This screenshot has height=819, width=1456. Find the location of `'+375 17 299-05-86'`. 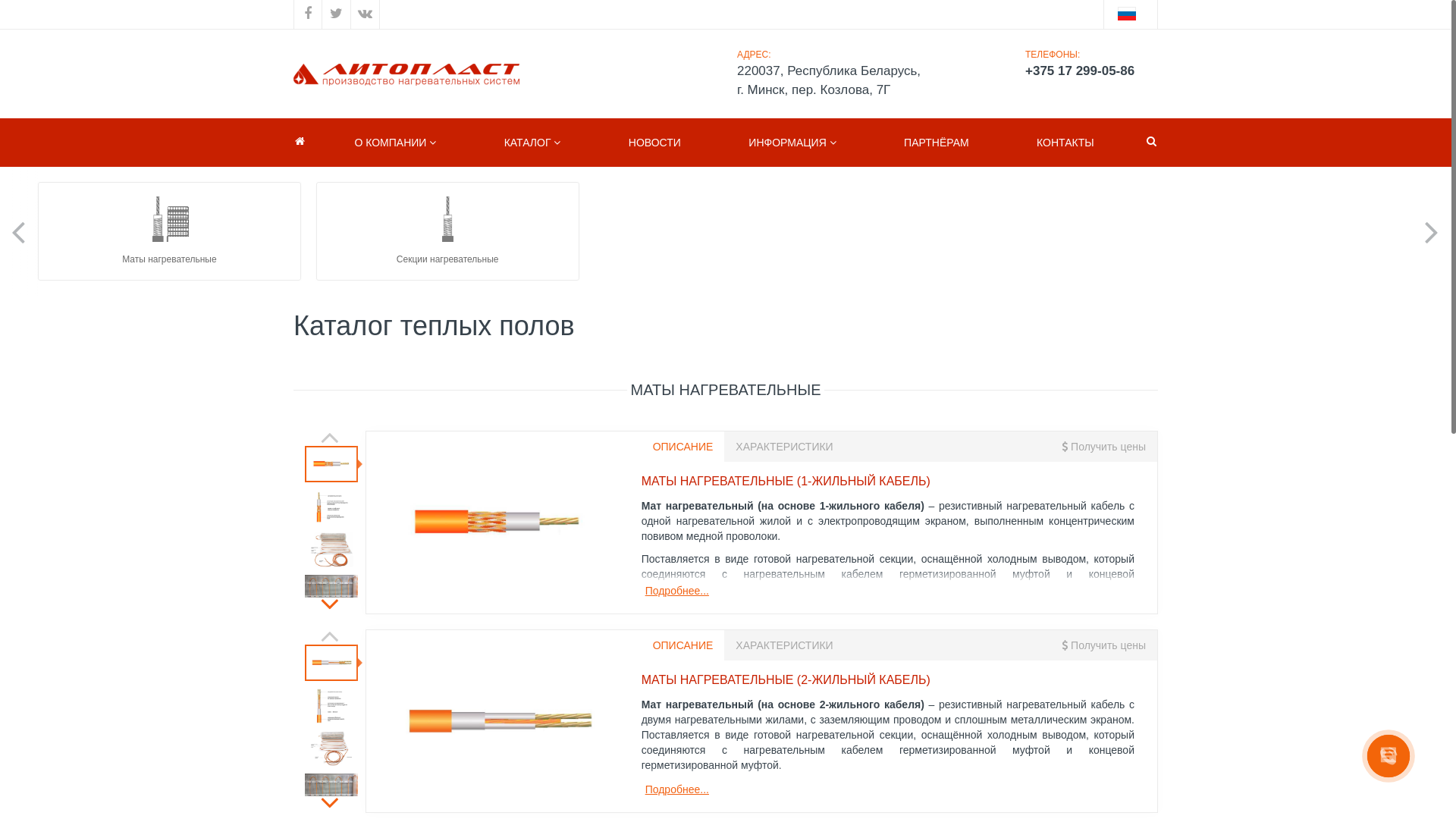

'+375 17 299-05-86' is located at coordinates (1084, 71).